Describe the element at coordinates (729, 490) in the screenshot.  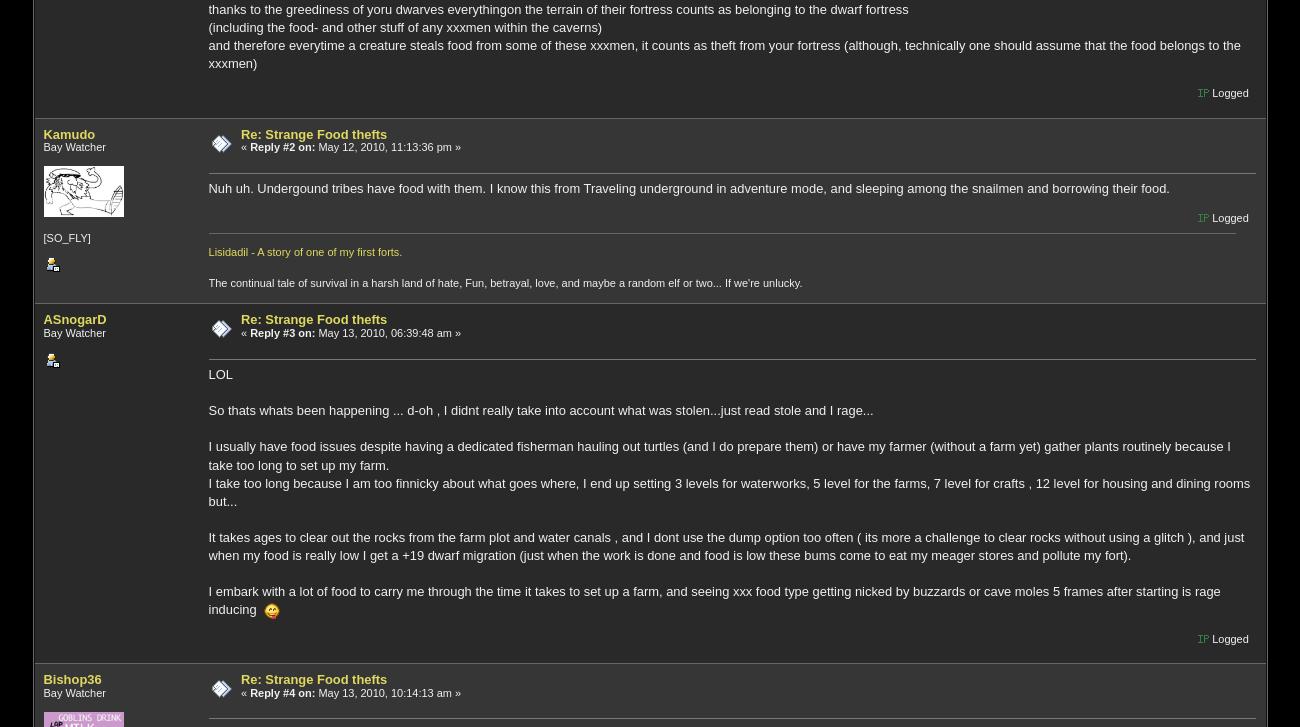
I see `'I take too long because I am too finnicky about what goes where, I end up setting 3 levels for waterworks, 5 level for the farms, 7 level for crafts , 12 level for housing and dining rooms but...'` at that location.